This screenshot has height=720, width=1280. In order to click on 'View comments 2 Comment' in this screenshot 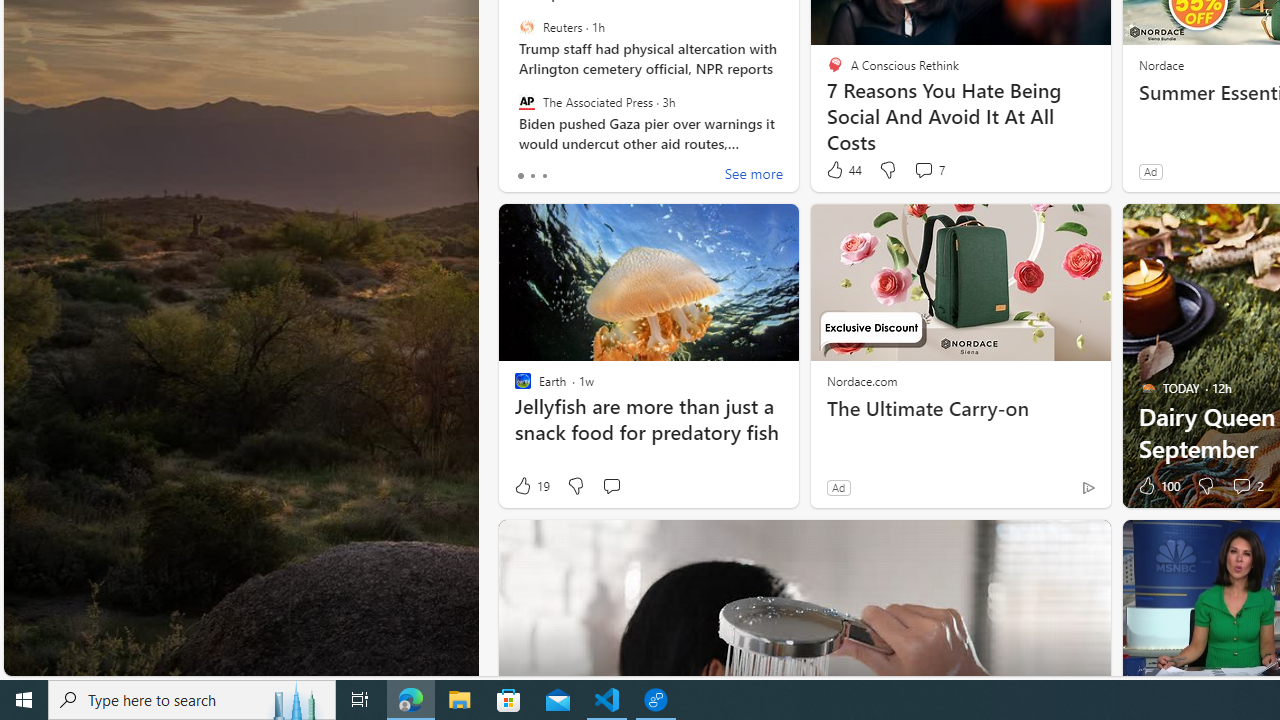, I will do `click(1246, 486)`.